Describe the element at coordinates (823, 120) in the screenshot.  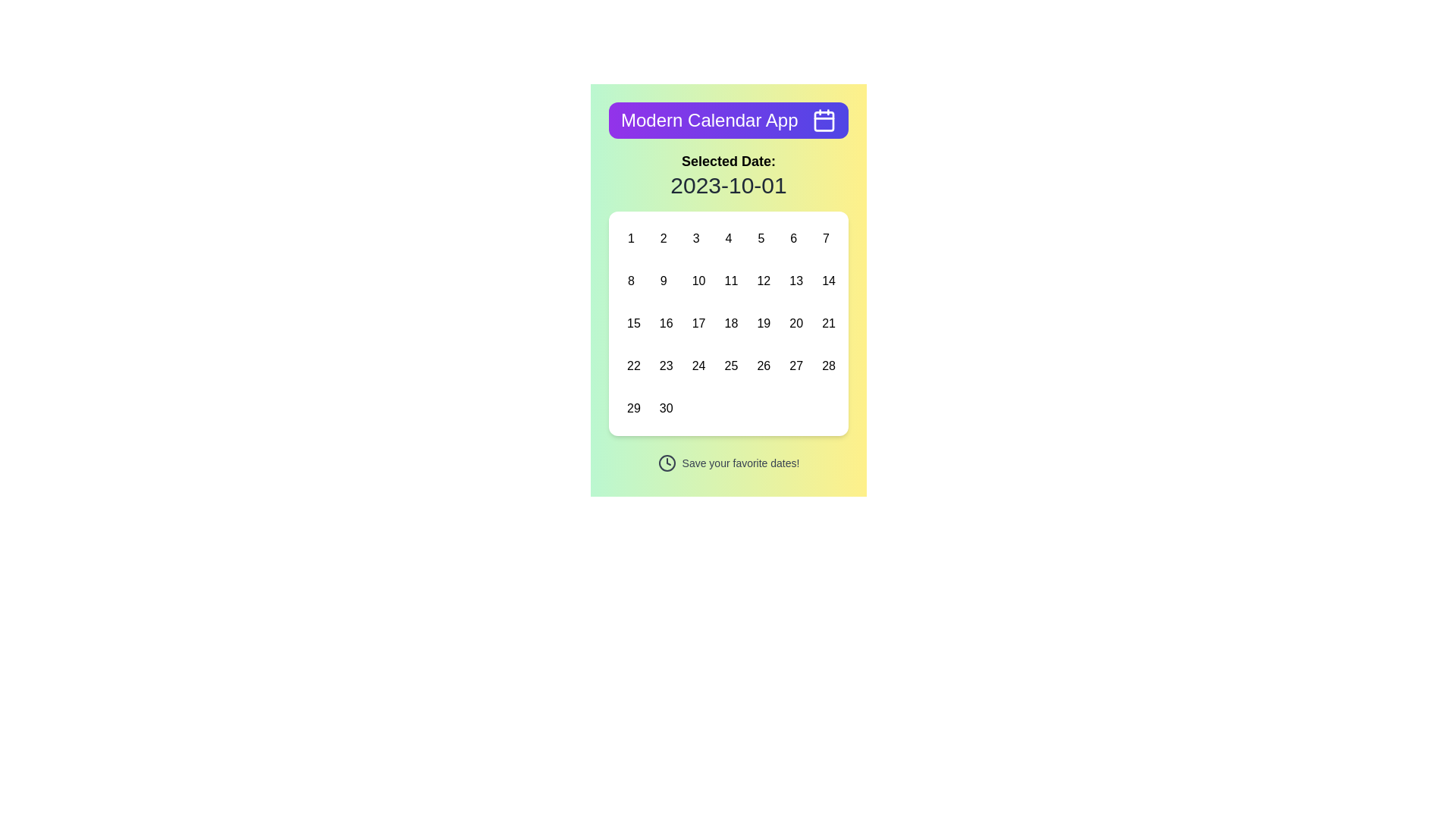
I see `the central portion of the calendar icon, which is a rounded rectangle with a purple background located at the top-right side of the application header` at that location.